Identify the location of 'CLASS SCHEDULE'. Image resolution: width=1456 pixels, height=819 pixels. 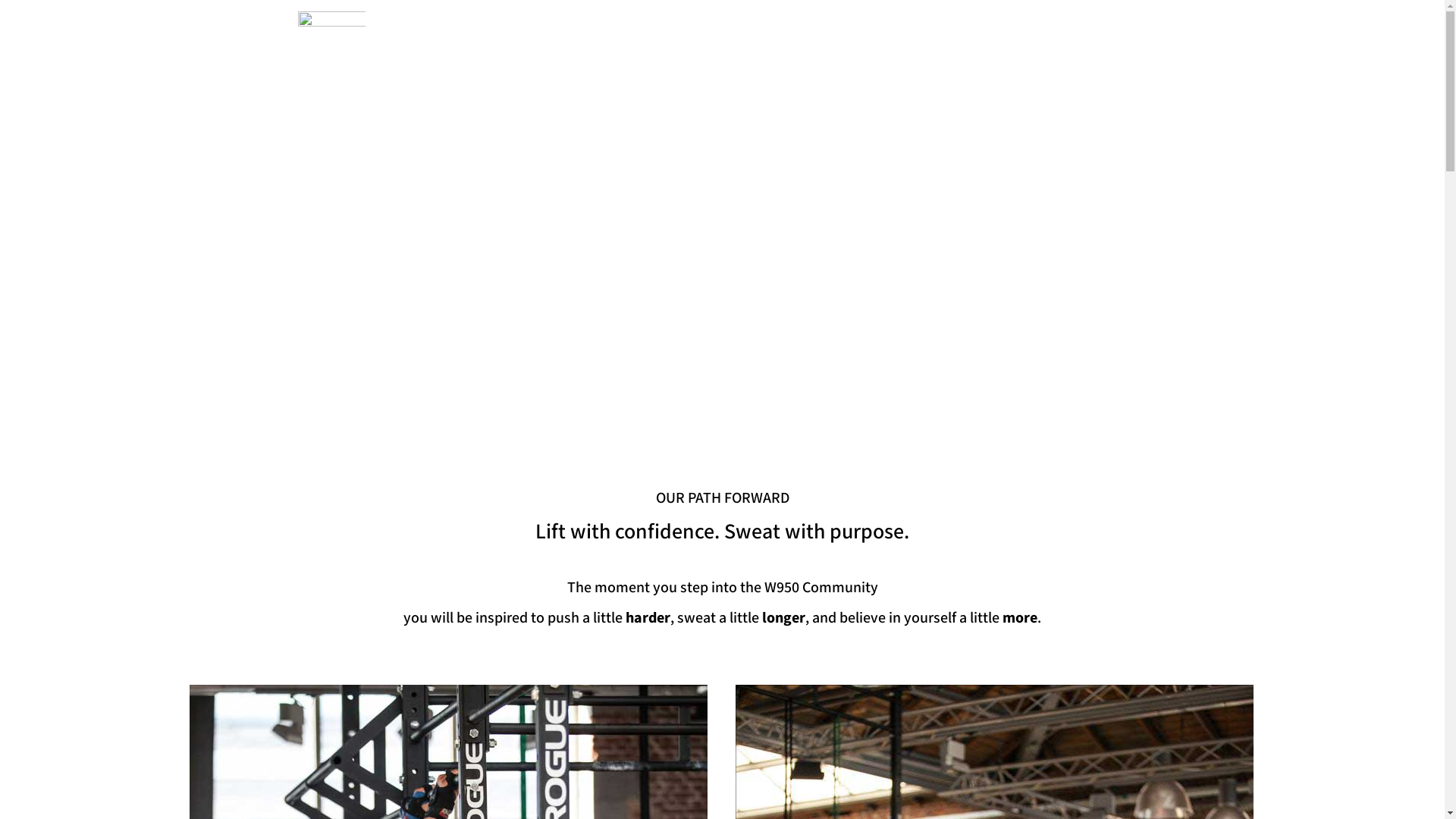
(780, 29).